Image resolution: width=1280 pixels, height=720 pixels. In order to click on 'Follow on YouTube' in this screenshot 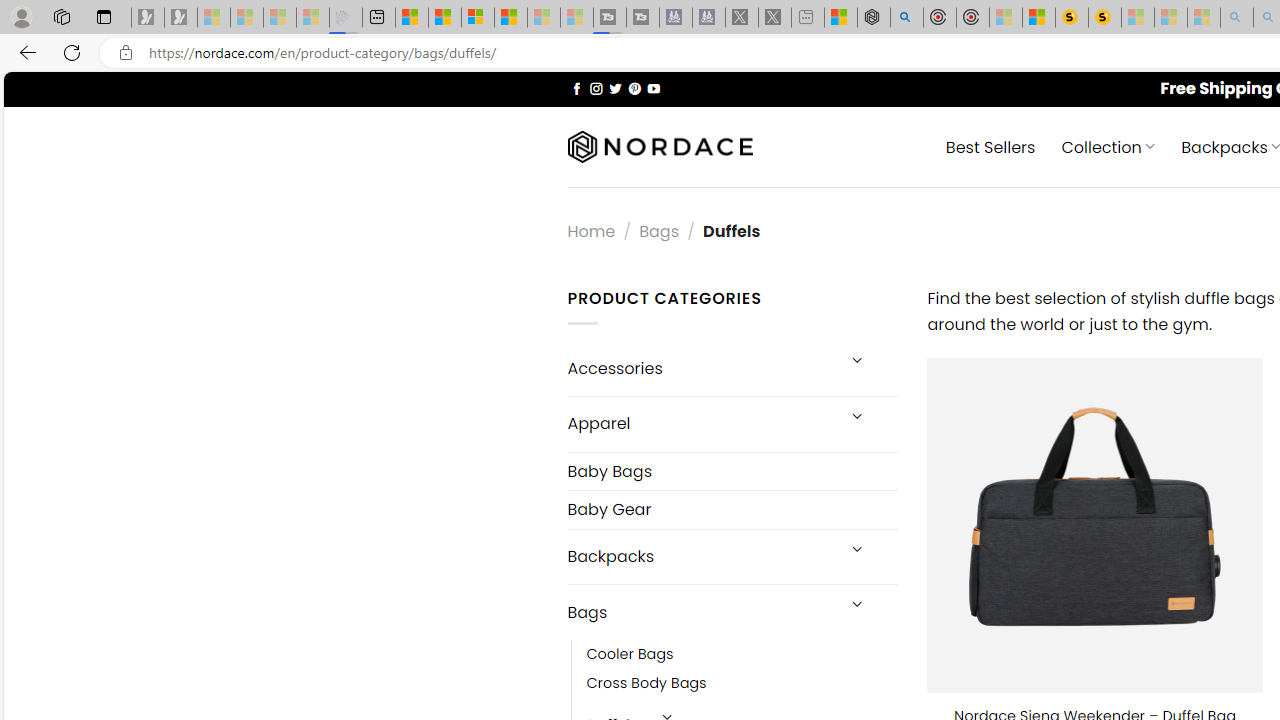, I will do `click(653, 87)`.